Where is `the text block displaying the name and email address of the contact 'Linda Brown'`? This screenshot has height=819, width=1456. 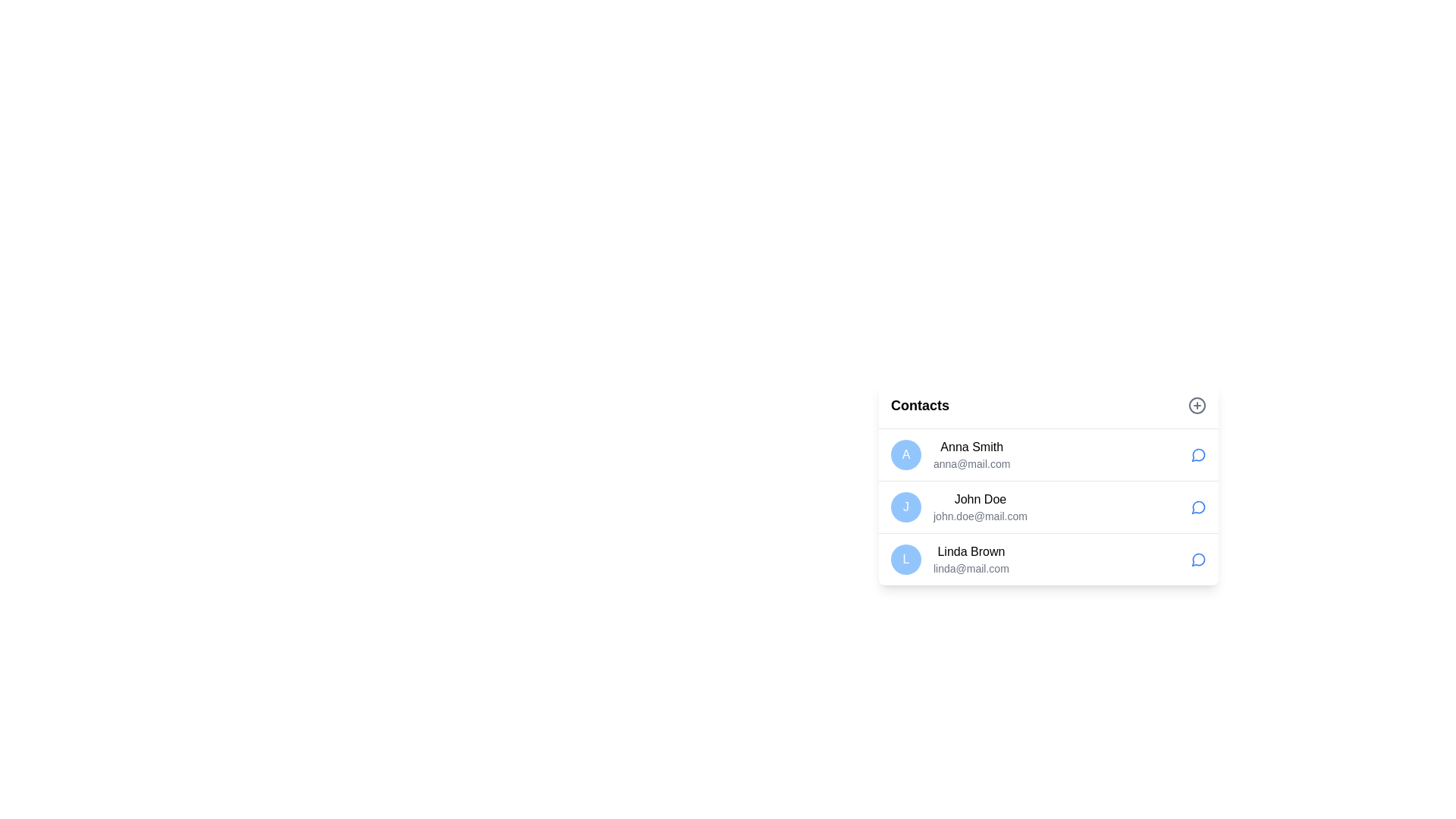 the text block displaying the name and email address of the contact 'Linda Brown' is located at coordinates (971, 559).